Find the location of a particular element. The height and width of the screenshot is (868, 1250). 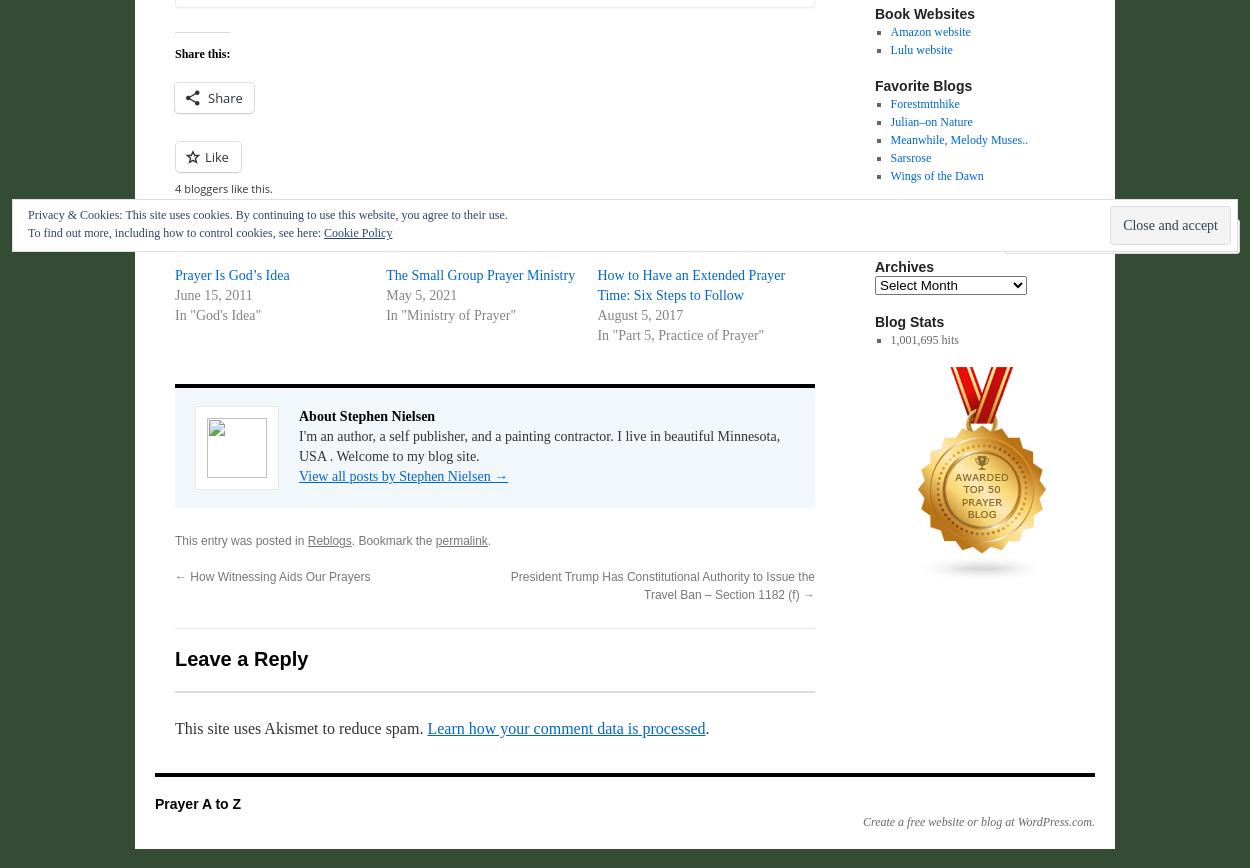

'Reblogs' is located at coordinates (328, 541).